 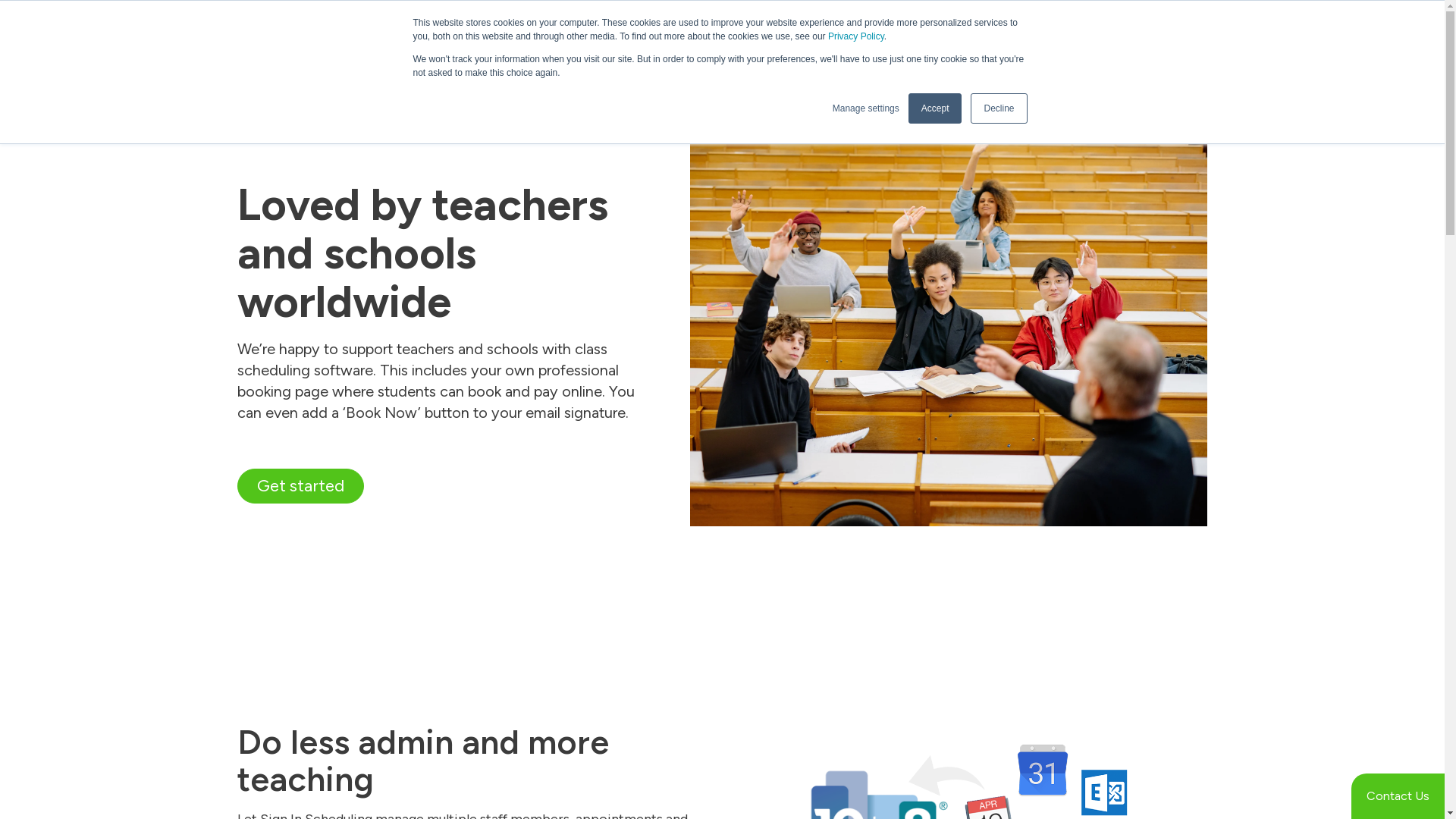 I want to click on 'Get started', so click(x=300, y=486).